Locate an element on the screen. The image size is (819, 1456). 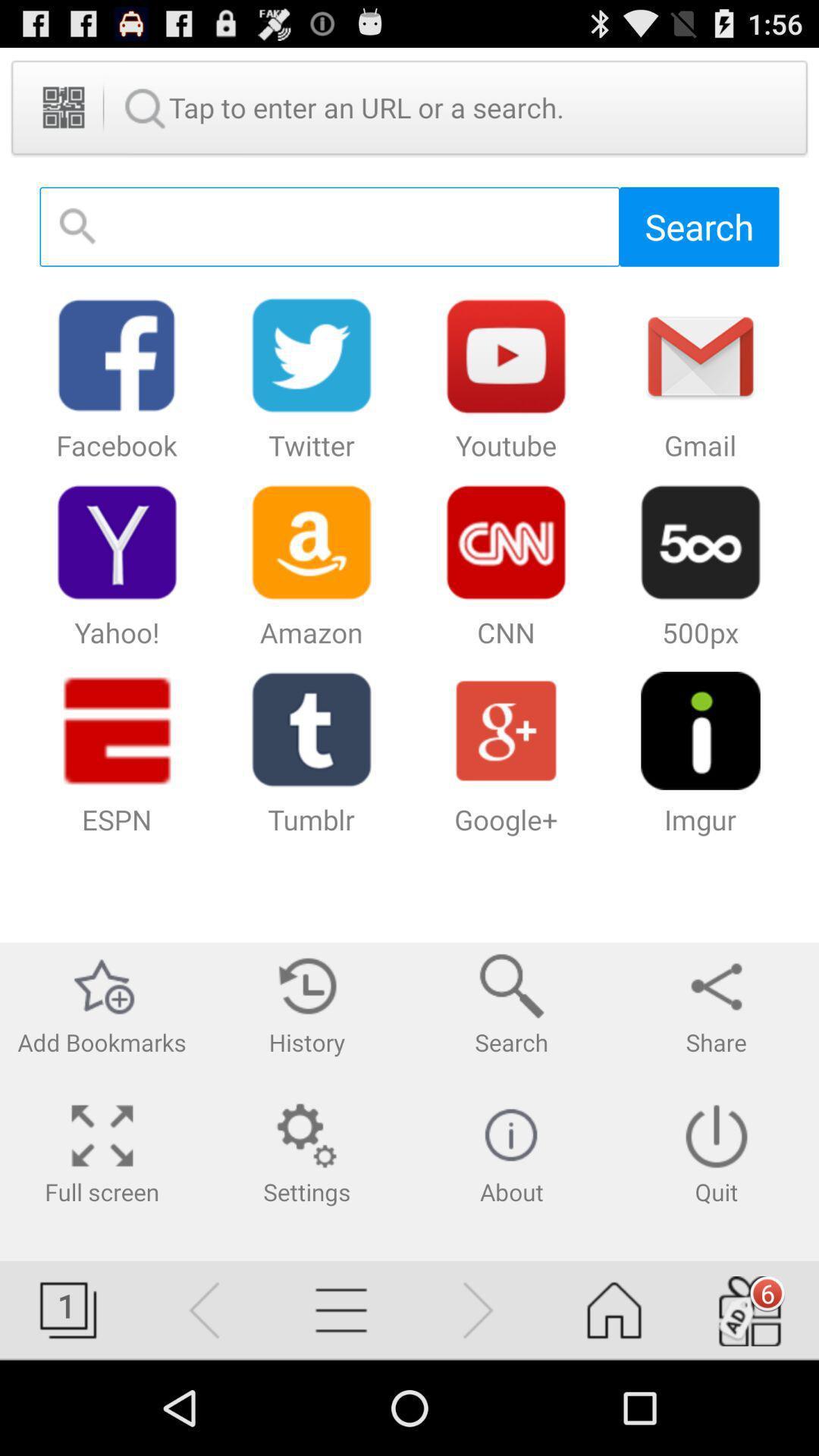
the menu icon is located at coordinates (341, 1401).